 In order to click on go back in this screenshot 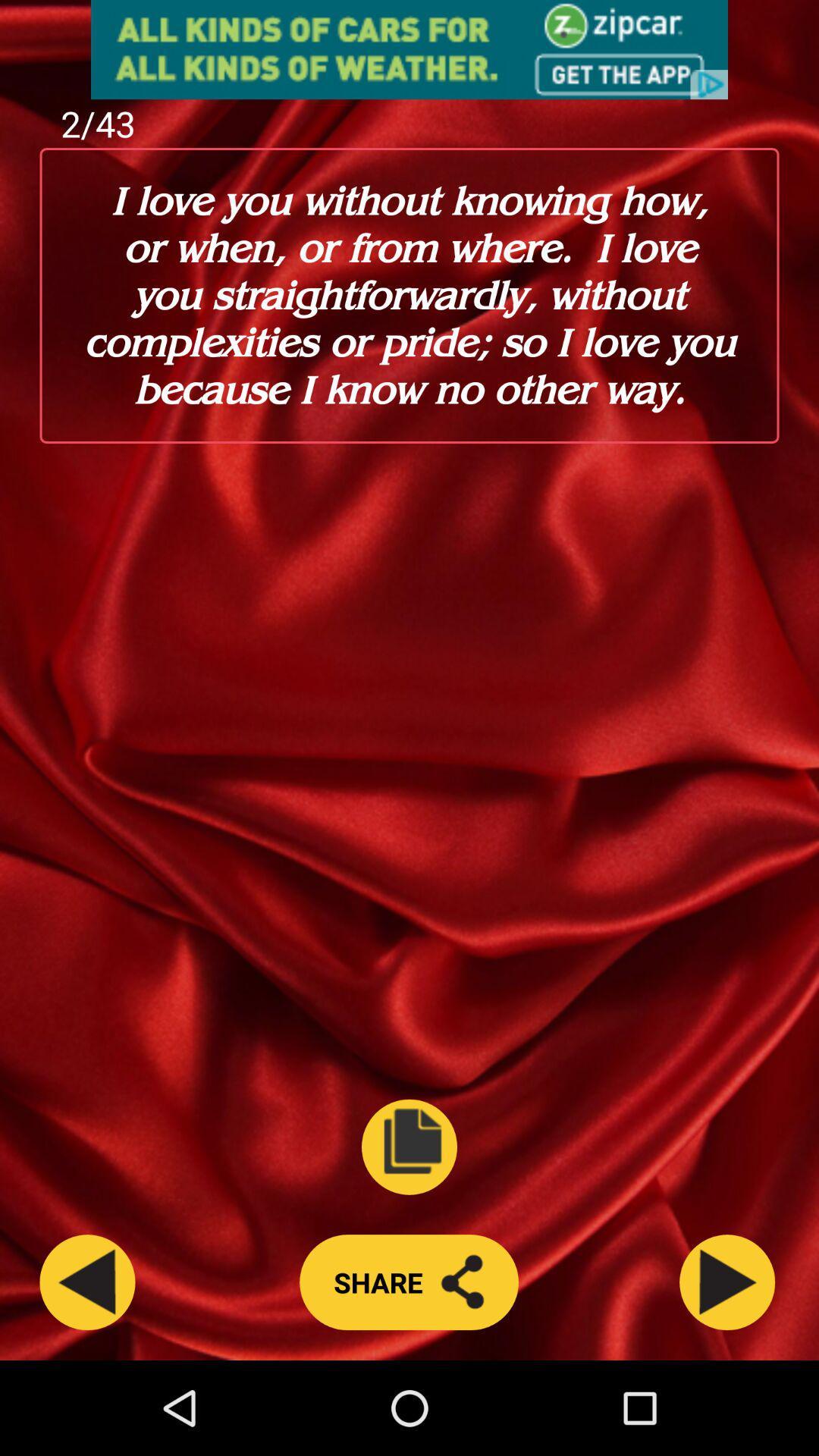, I will do `click(87, 1282)`.